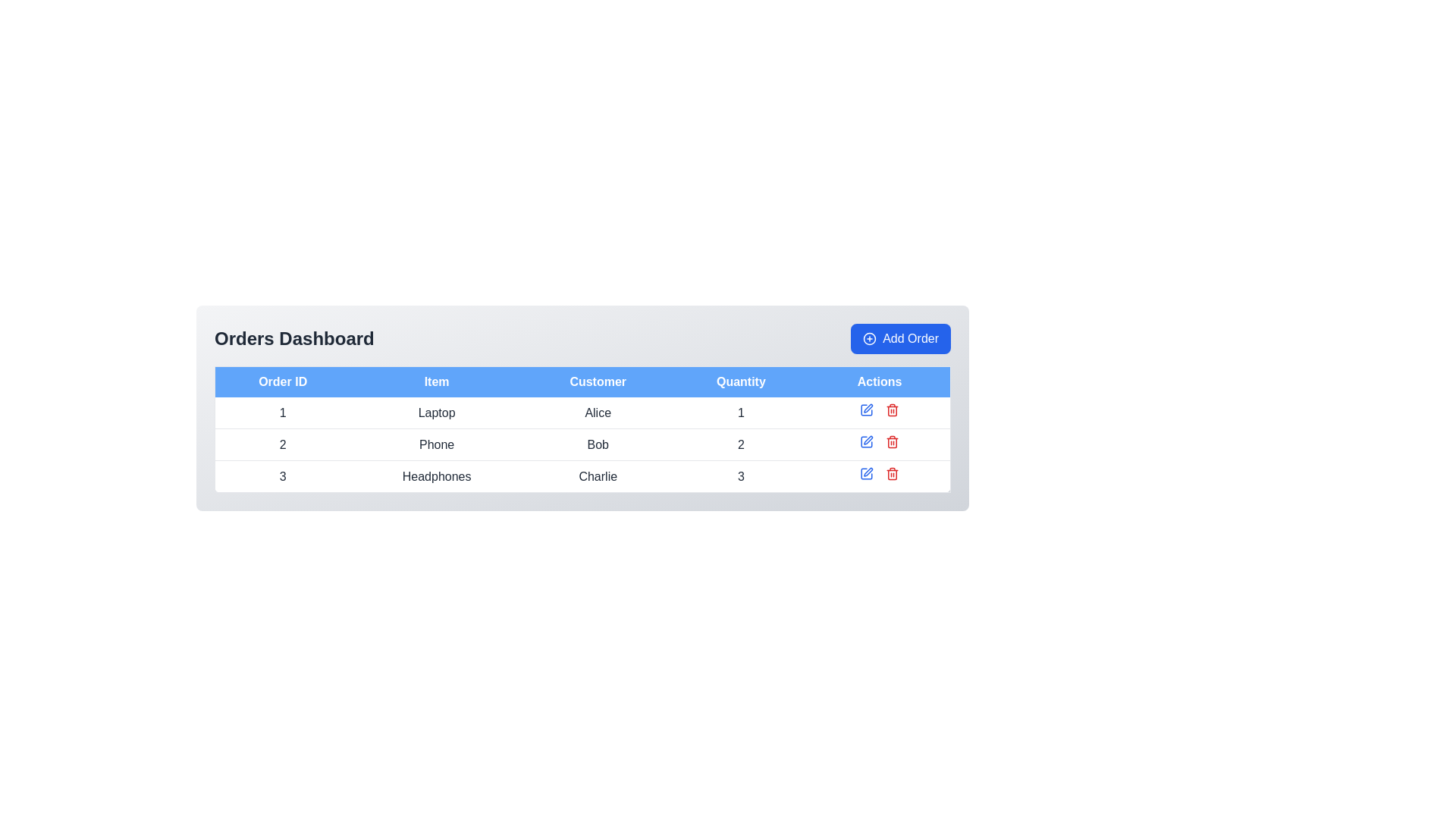  What do you see at coordinates (282, 413) in the screenshot?
I see `the Order ID cell located in the first row and first column of the table in the 'Orders Dashboard'` at bounding box center [282, 413].